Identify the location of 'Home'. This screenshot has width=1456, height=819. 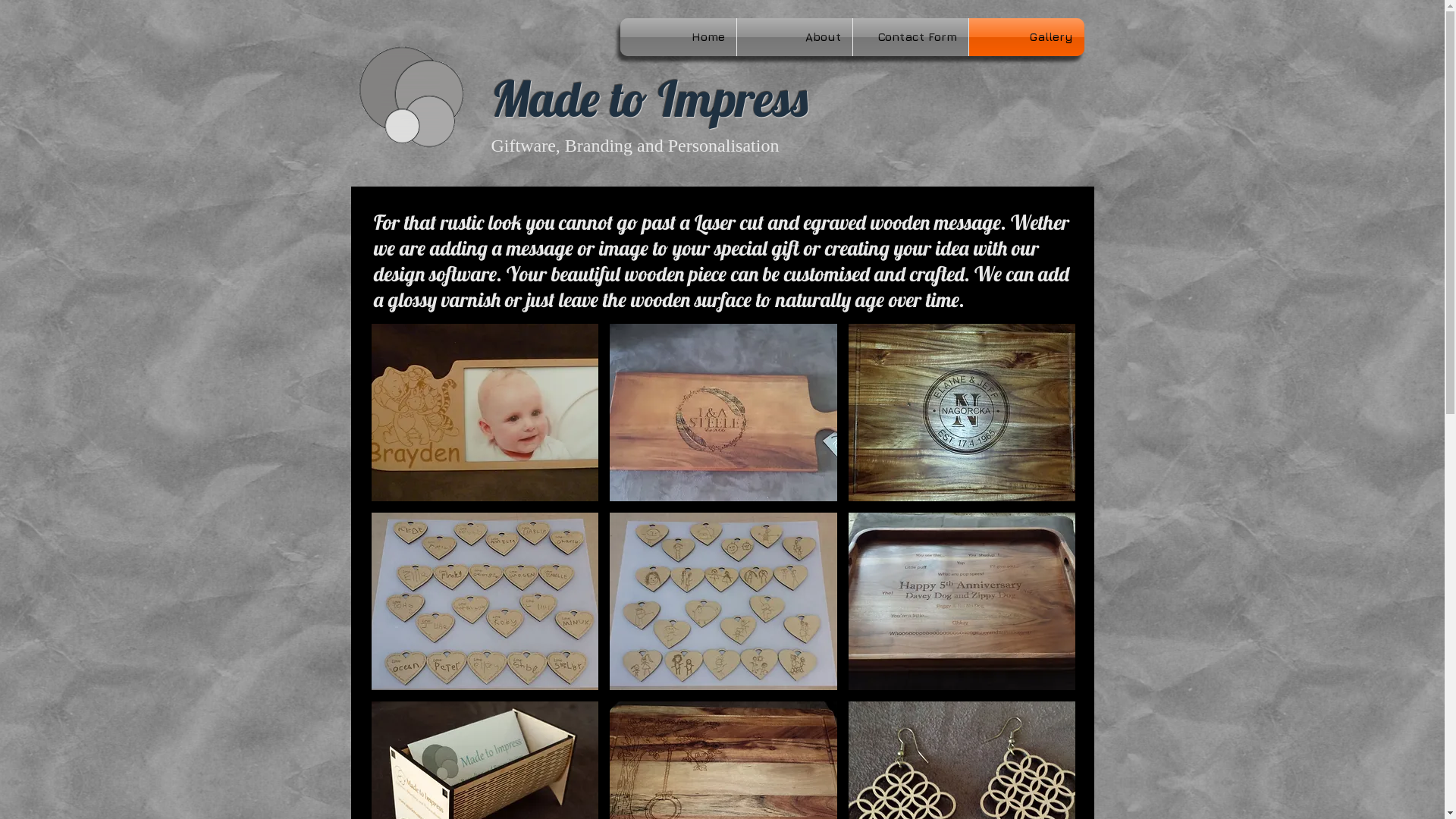
(677, 36).